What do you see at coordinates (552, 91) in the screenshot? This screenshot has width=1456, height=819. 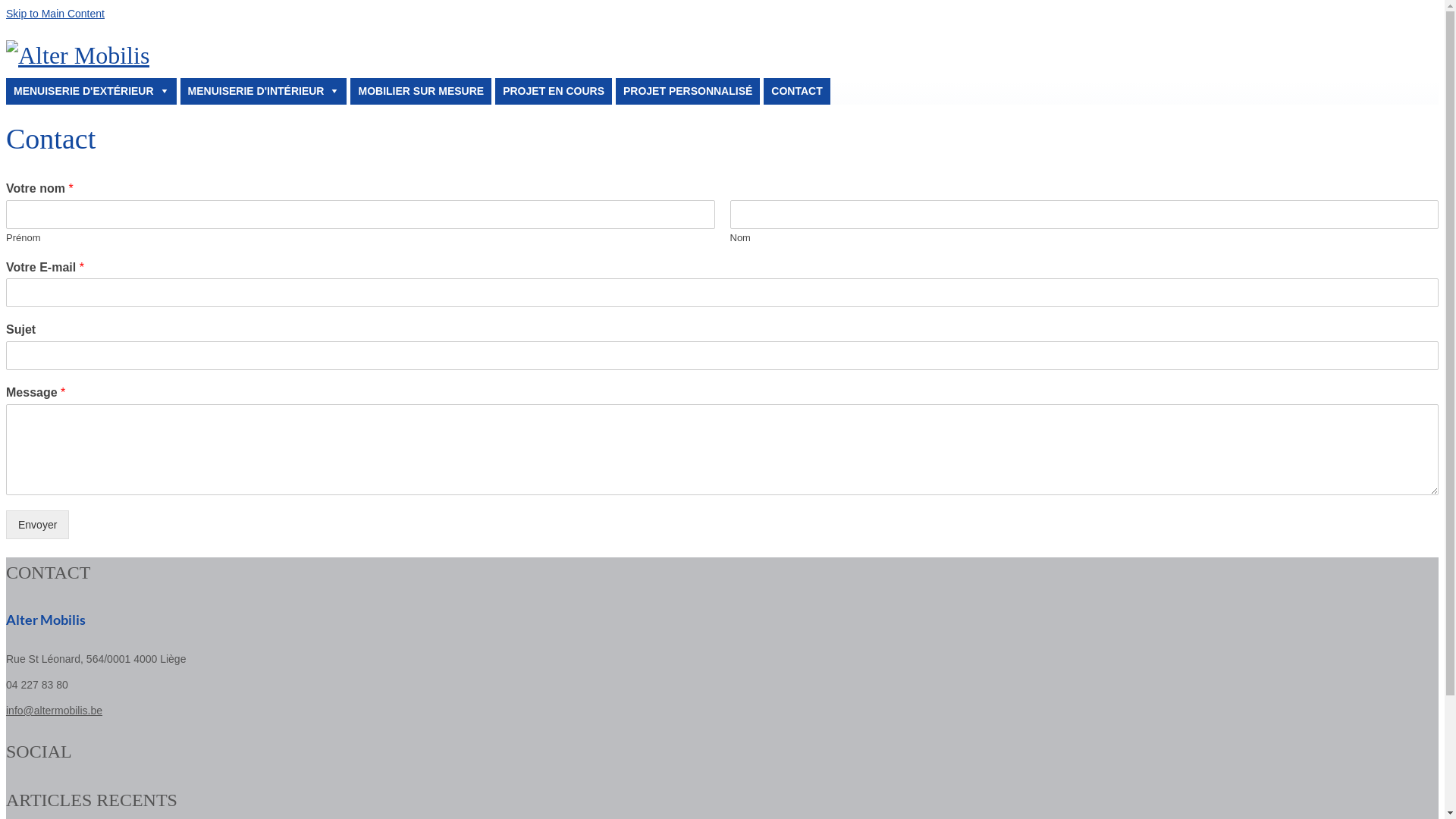 I see `'PROJET EN COURS'` at bounding box center [552, 91].